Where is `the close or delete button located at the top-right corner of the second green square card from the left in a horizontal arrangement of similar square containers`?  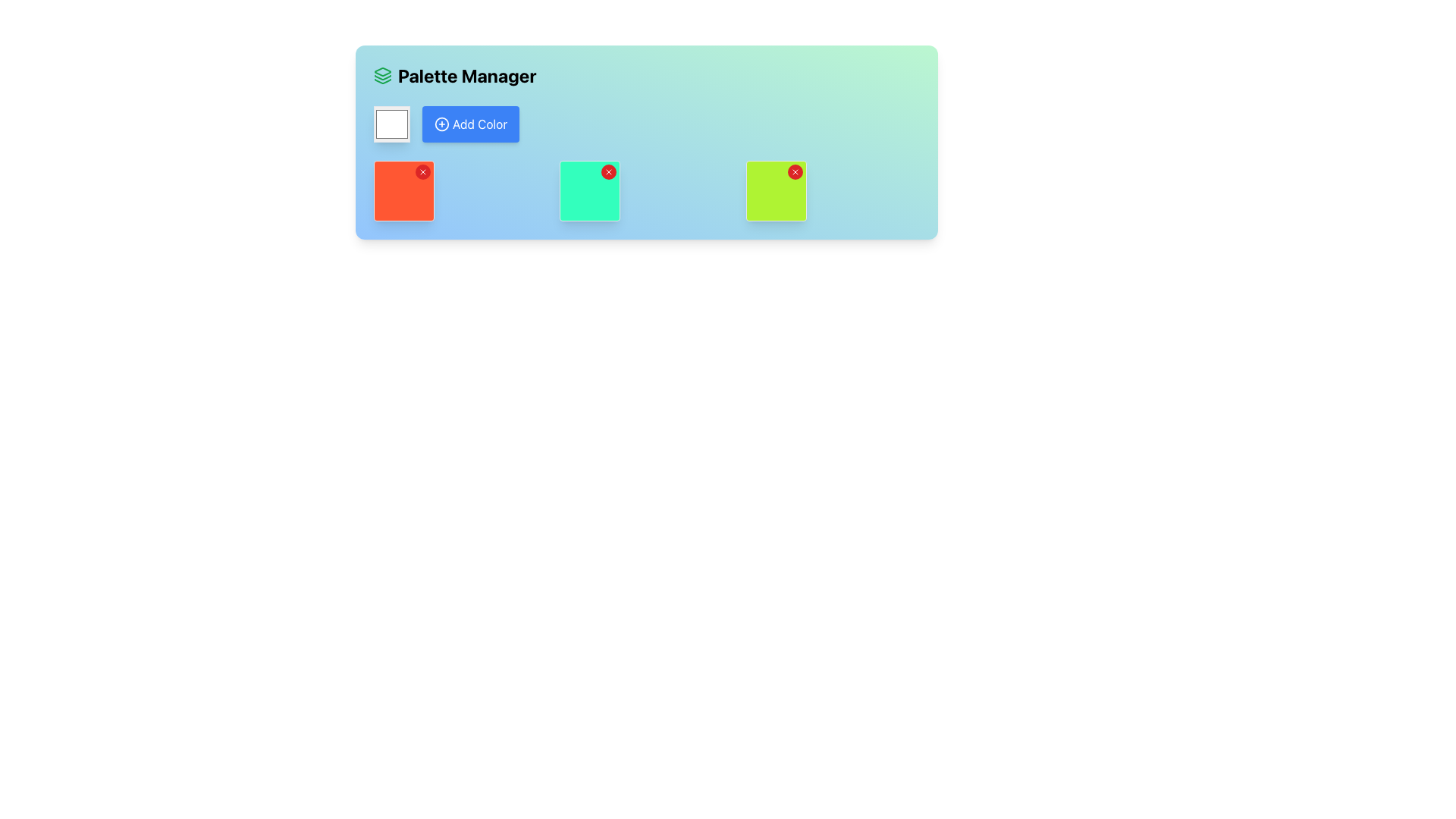 the close or delete button located at the top-right corner of the second green square card from the left in a horizontal arrangement of similar square containers is located at coordinates (609, 171).